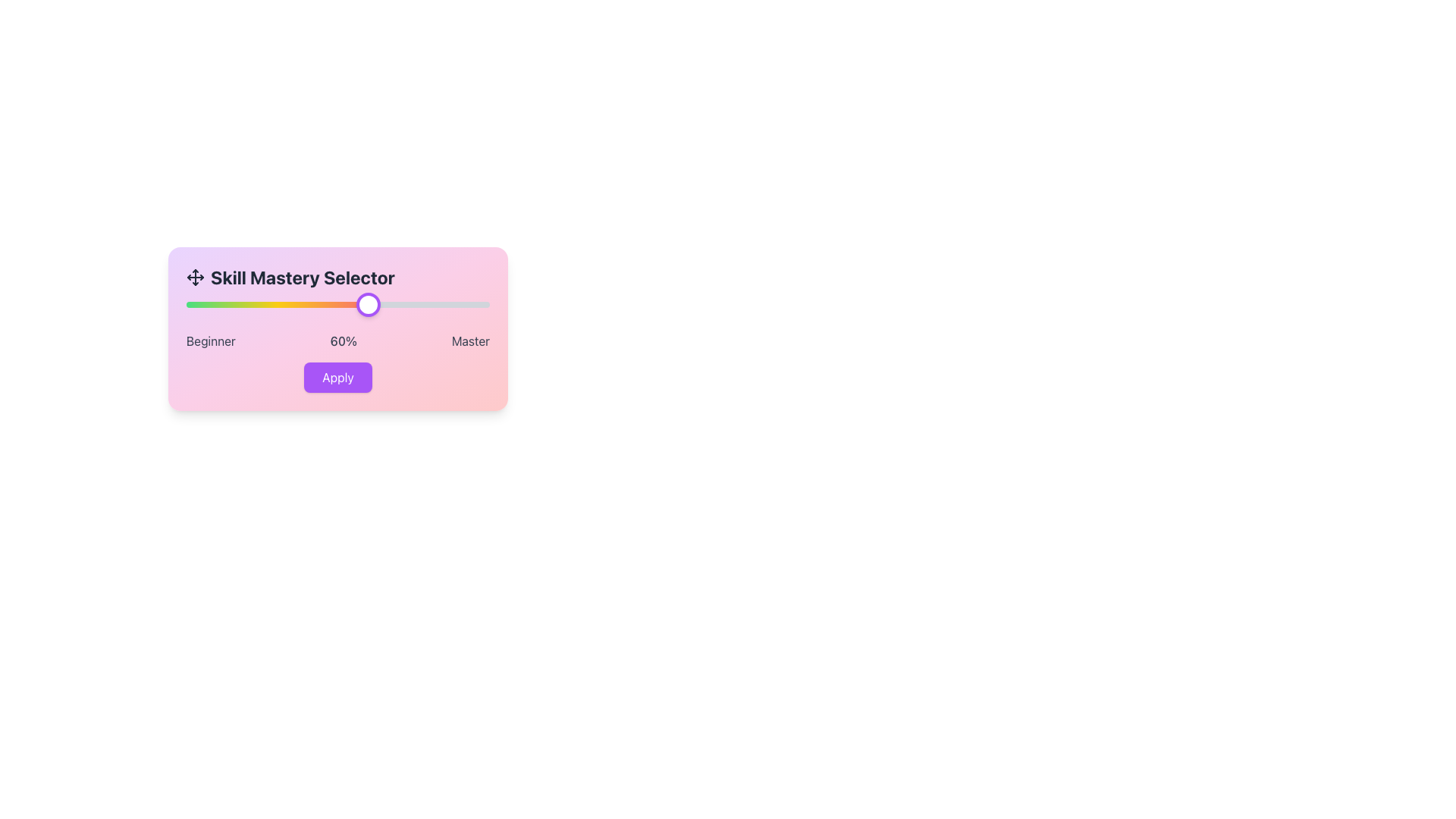 This screenshot has width=1456, height=819. I want to click on the button with a purple background and white text reading 'Apply', so click(337, 376).